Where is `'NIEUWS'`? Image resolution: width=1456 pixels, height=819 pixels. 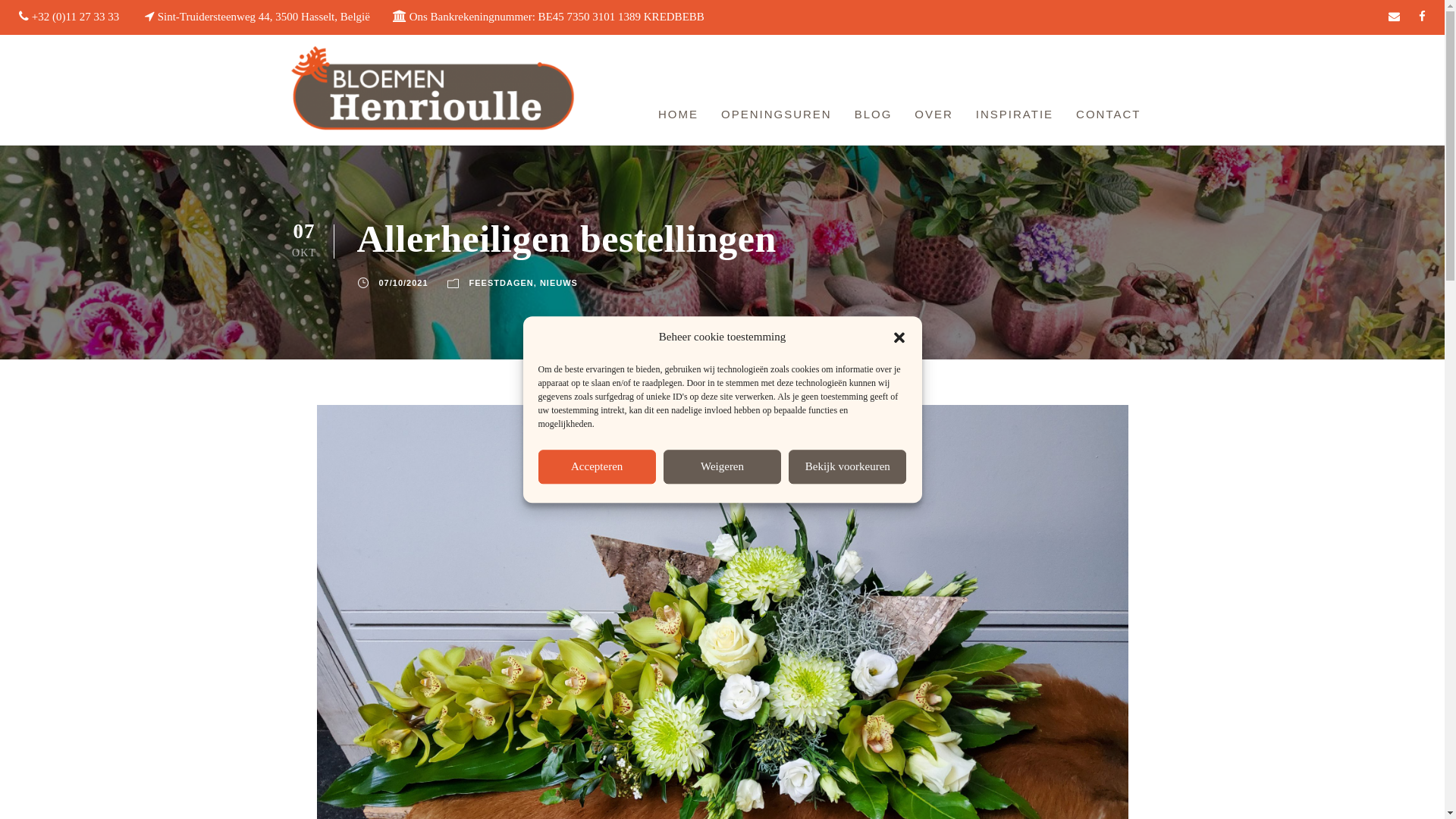 'NIEUWS' is located at coordinates (558, 283).